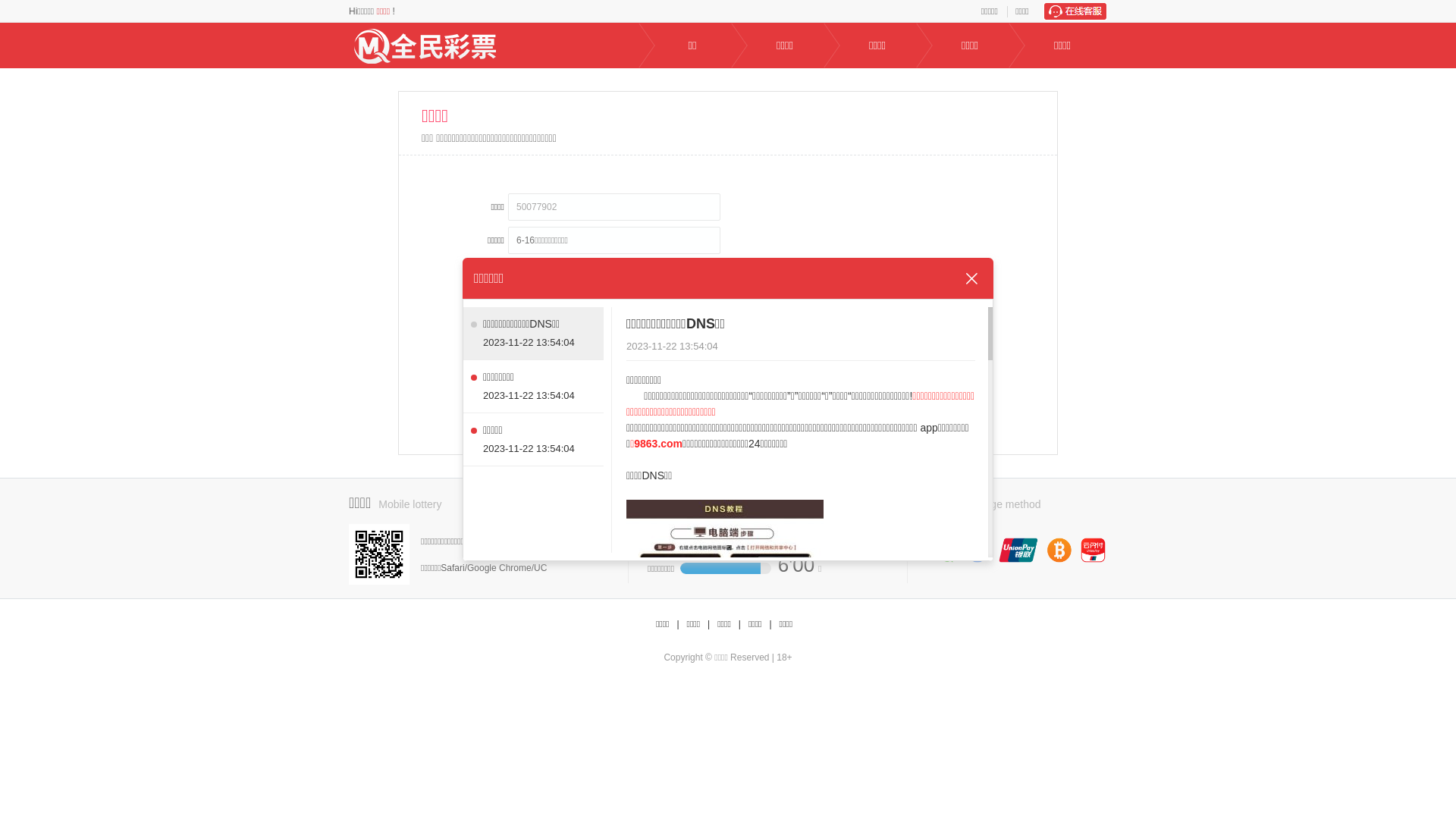 The width and height of the screenshot is (1456, 819). What do you see at coordinates (770, 624) in the screenshot?
I see `'|'` at bounding box center [770, 624].